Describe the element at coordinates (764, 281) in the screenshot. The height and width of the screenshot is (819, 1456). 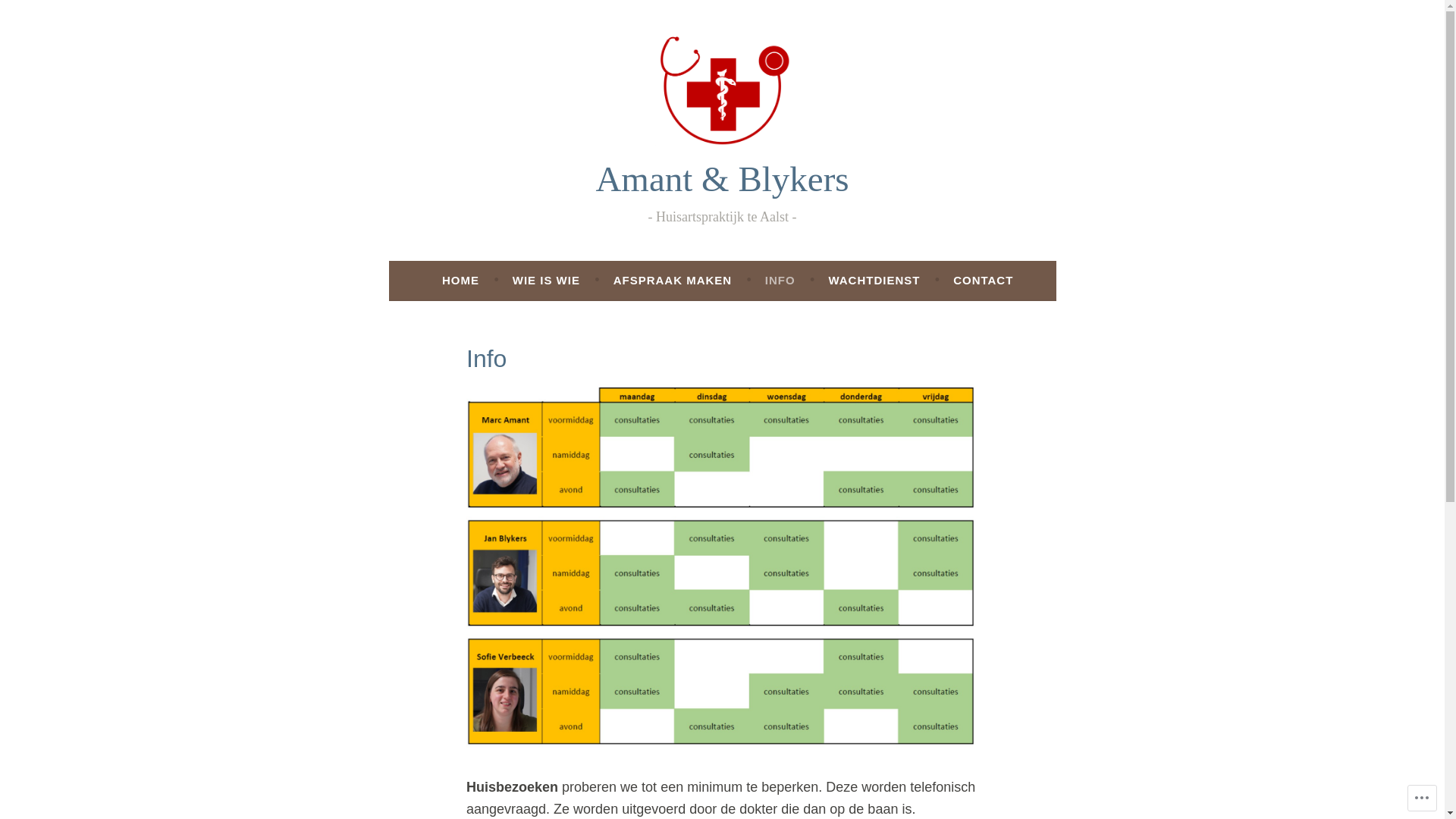
I see `'INFO'` at that location.